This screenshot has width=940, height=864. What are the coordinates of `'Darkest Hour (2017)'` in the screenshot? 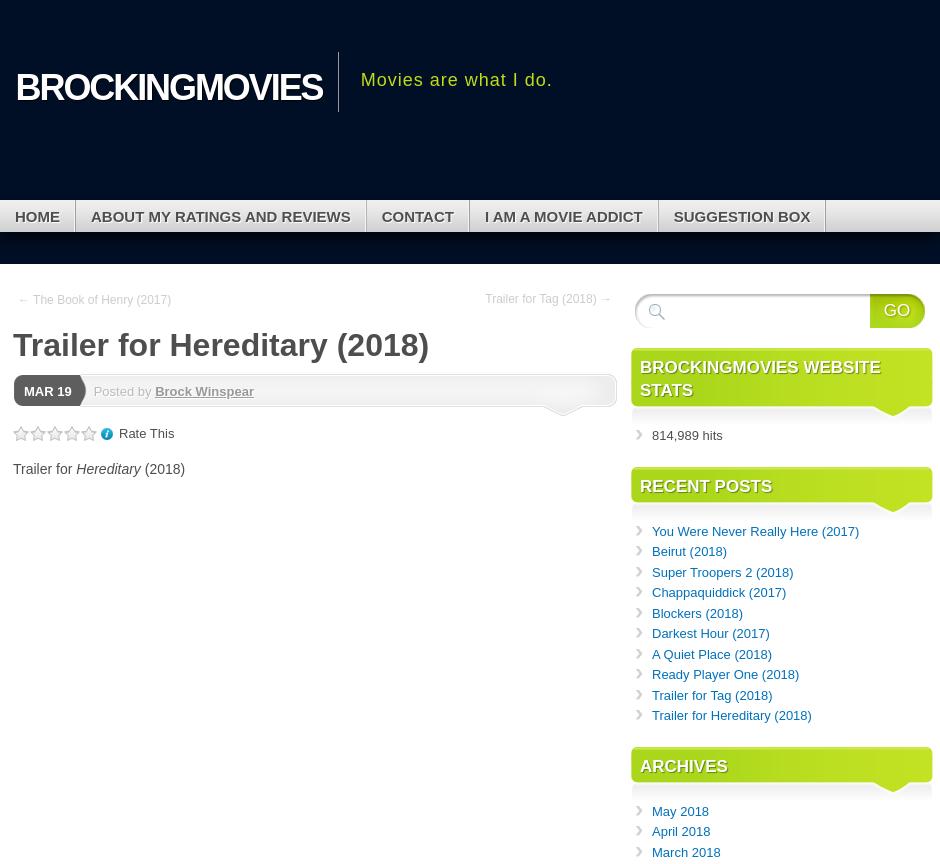 It's located at (710, 632).